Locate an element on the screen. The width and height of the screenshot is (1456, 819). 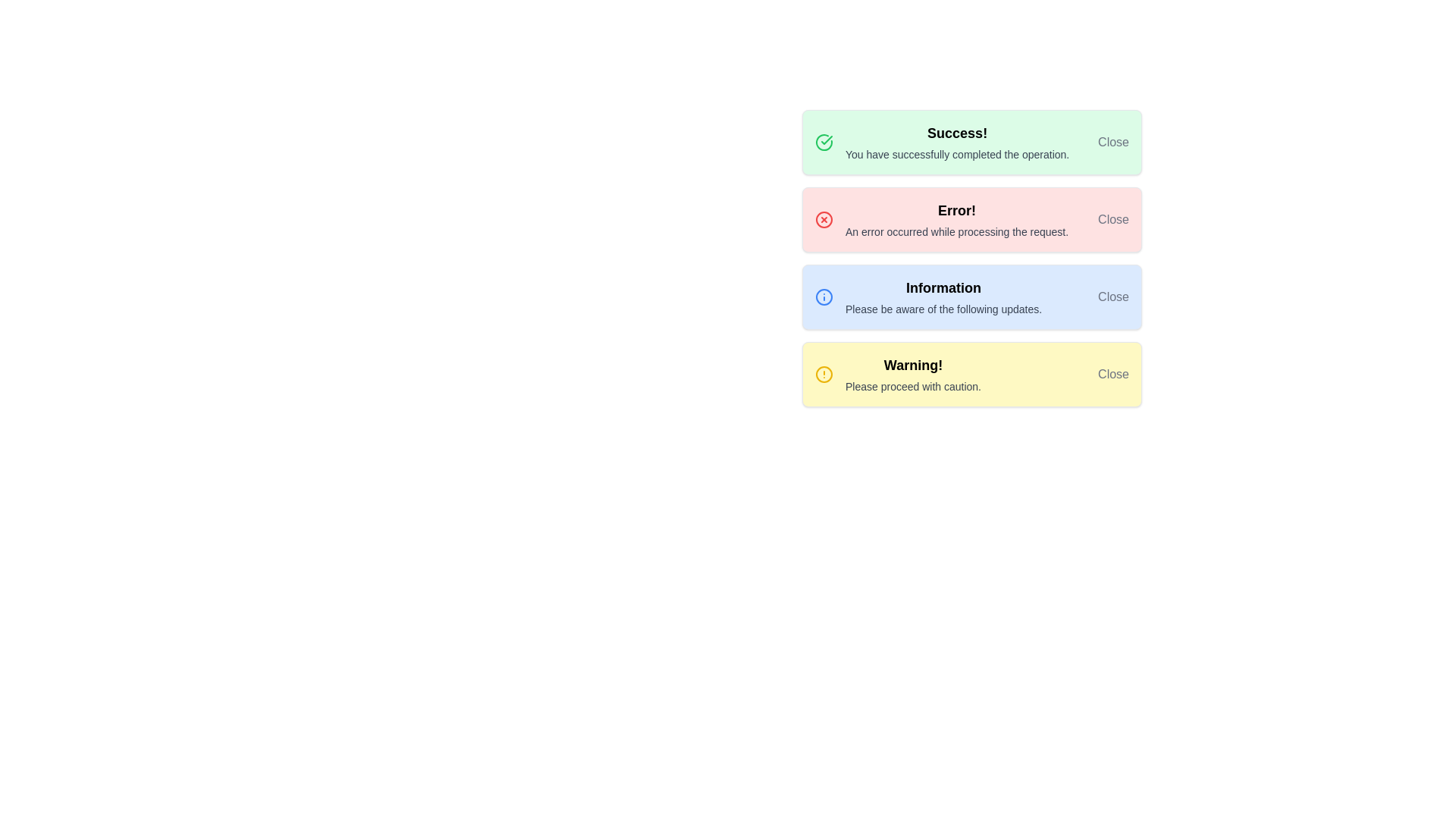
the circular success icon with a check mark inside, which is styled with a green outline and is located at the leftmost part of the 'Success!' notification box, vertically centered with the text 'Success! You have successfully completed the operation.' is located at coordinates (823, 143).